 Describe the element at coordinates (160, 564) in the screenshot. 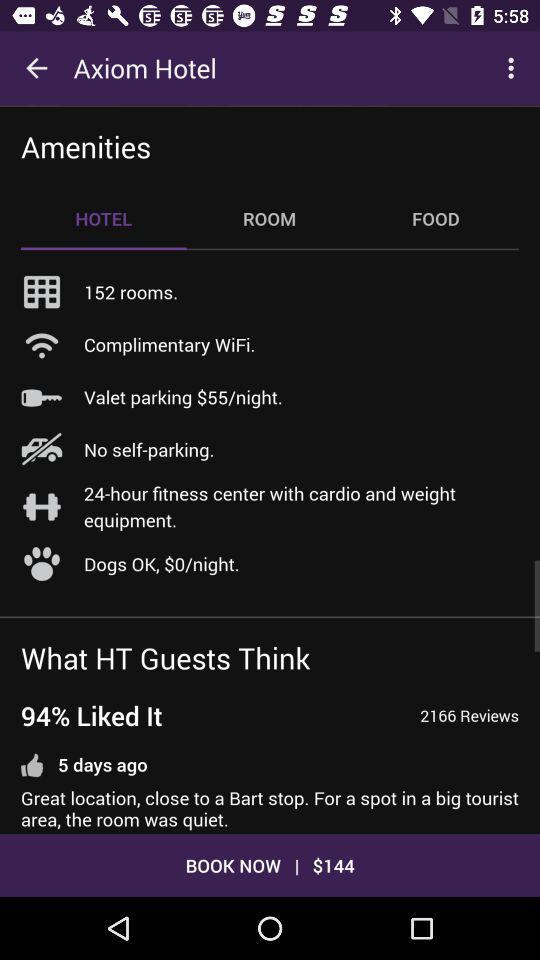

I see `the icon below 24 hour fitness item` at that location.